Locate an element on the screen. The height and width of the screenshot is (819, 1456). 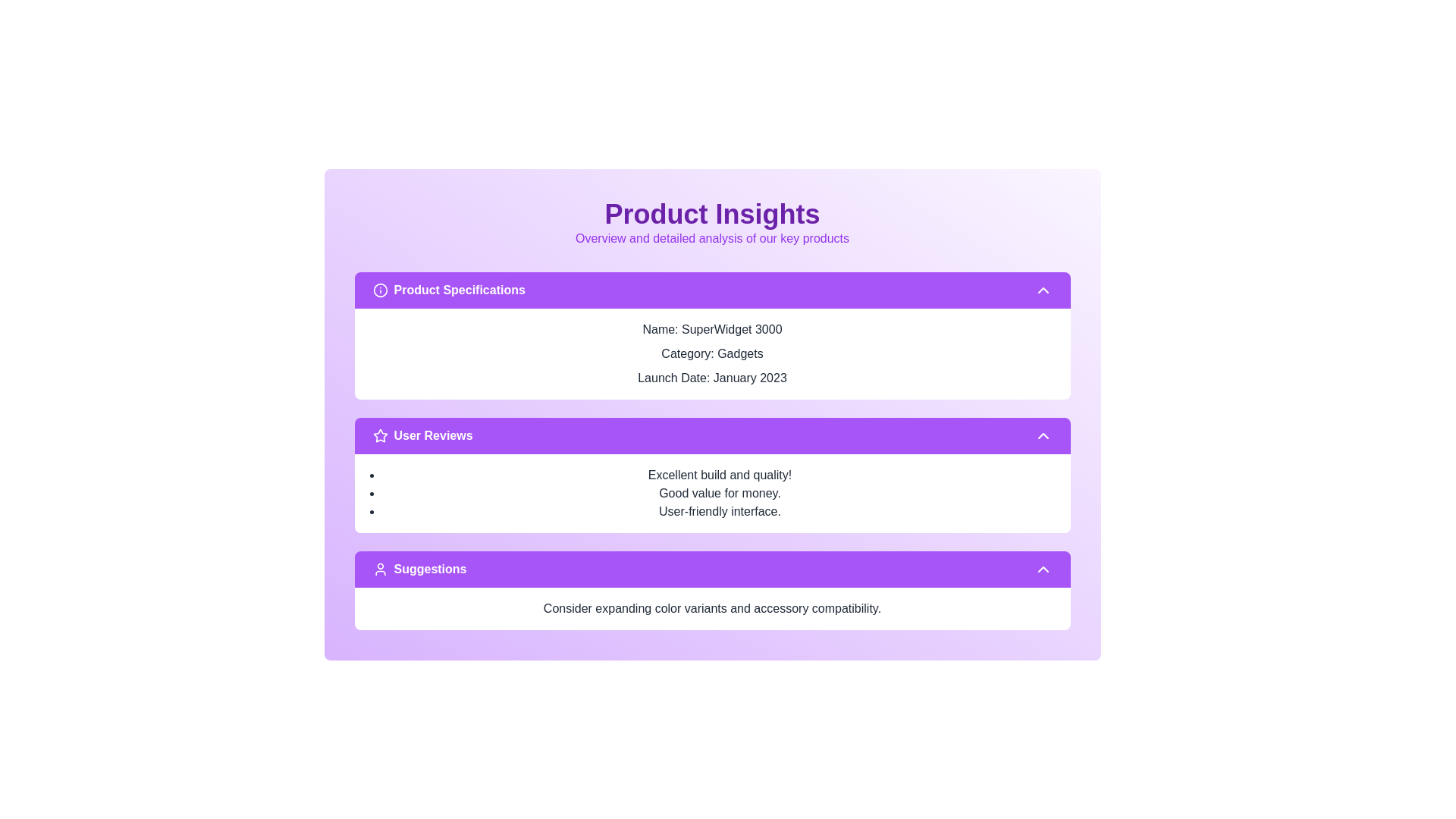
the Chevron Up icon located in the top-right corner of the 'Product Specifications' section header to collapse the section is located at coordinates (1042, 290).